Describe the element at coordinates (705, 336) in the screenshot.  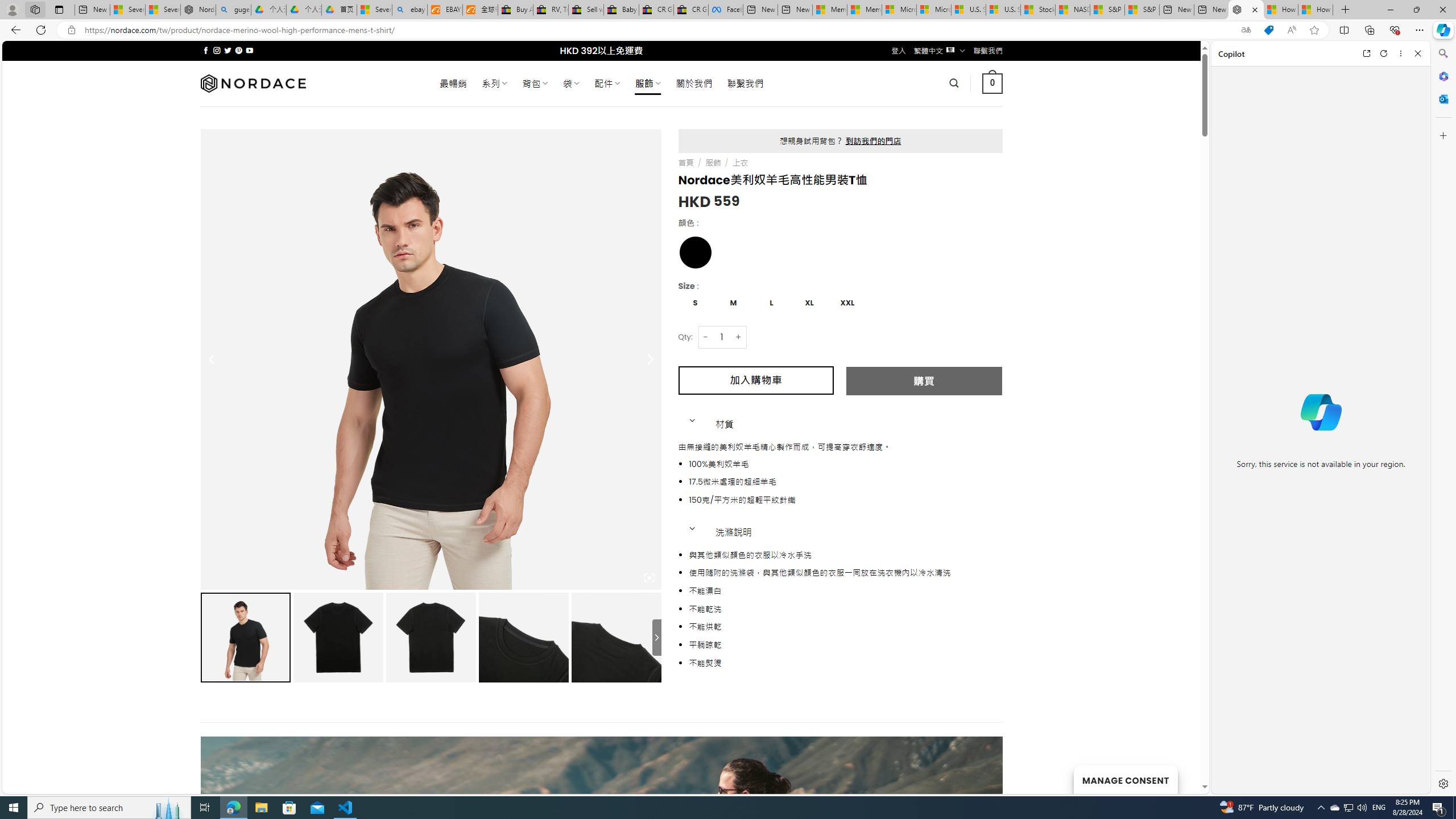
I see `'-'` at that location.